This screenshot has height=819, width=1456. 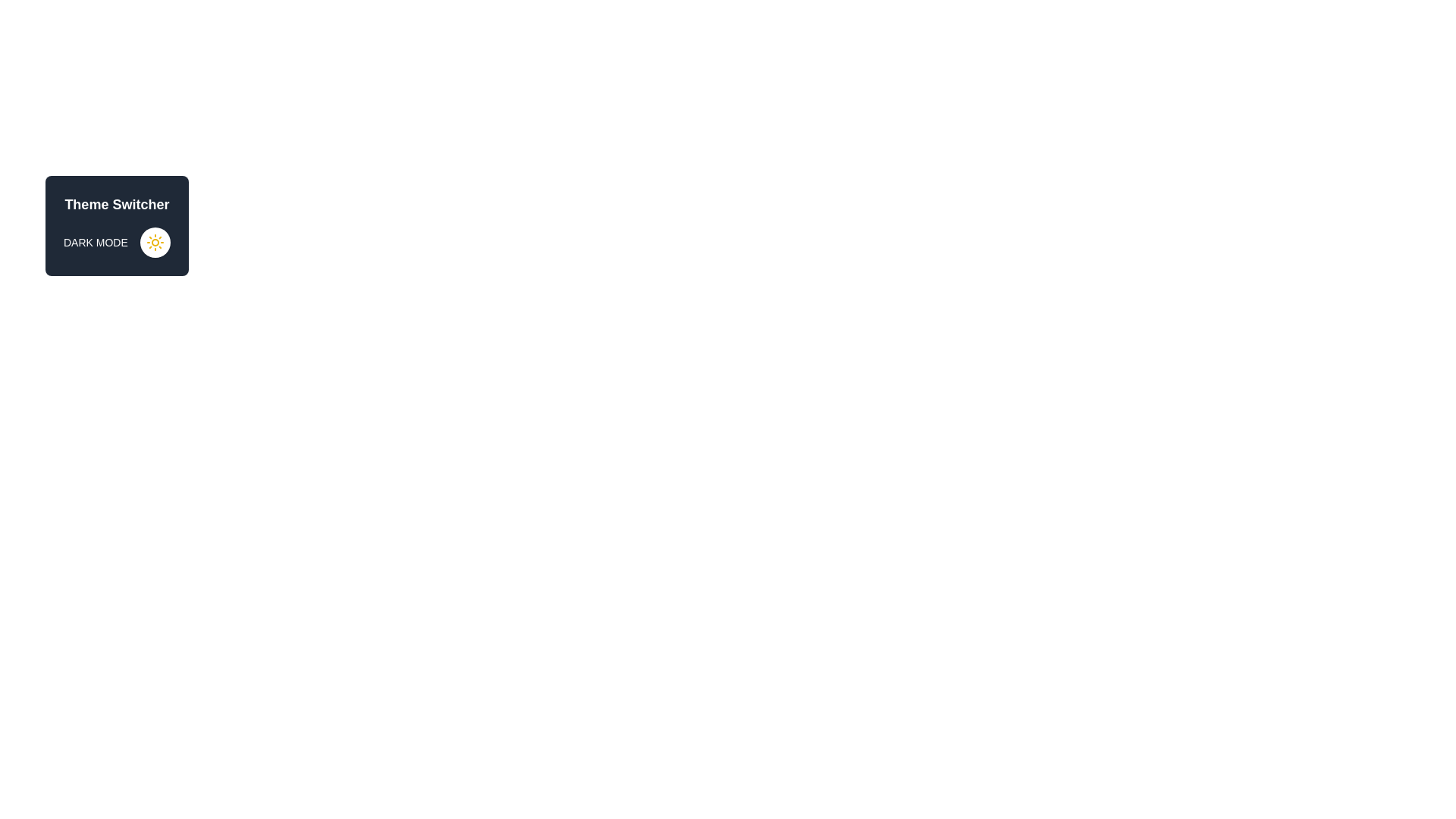 What do you see at coordinates (95, 242) in the screenshot?
I see `the static label indicating 'Dark Mode' located in the bottom-left area of the 'Theme Switcher' card` at bounding box center [95, 242].